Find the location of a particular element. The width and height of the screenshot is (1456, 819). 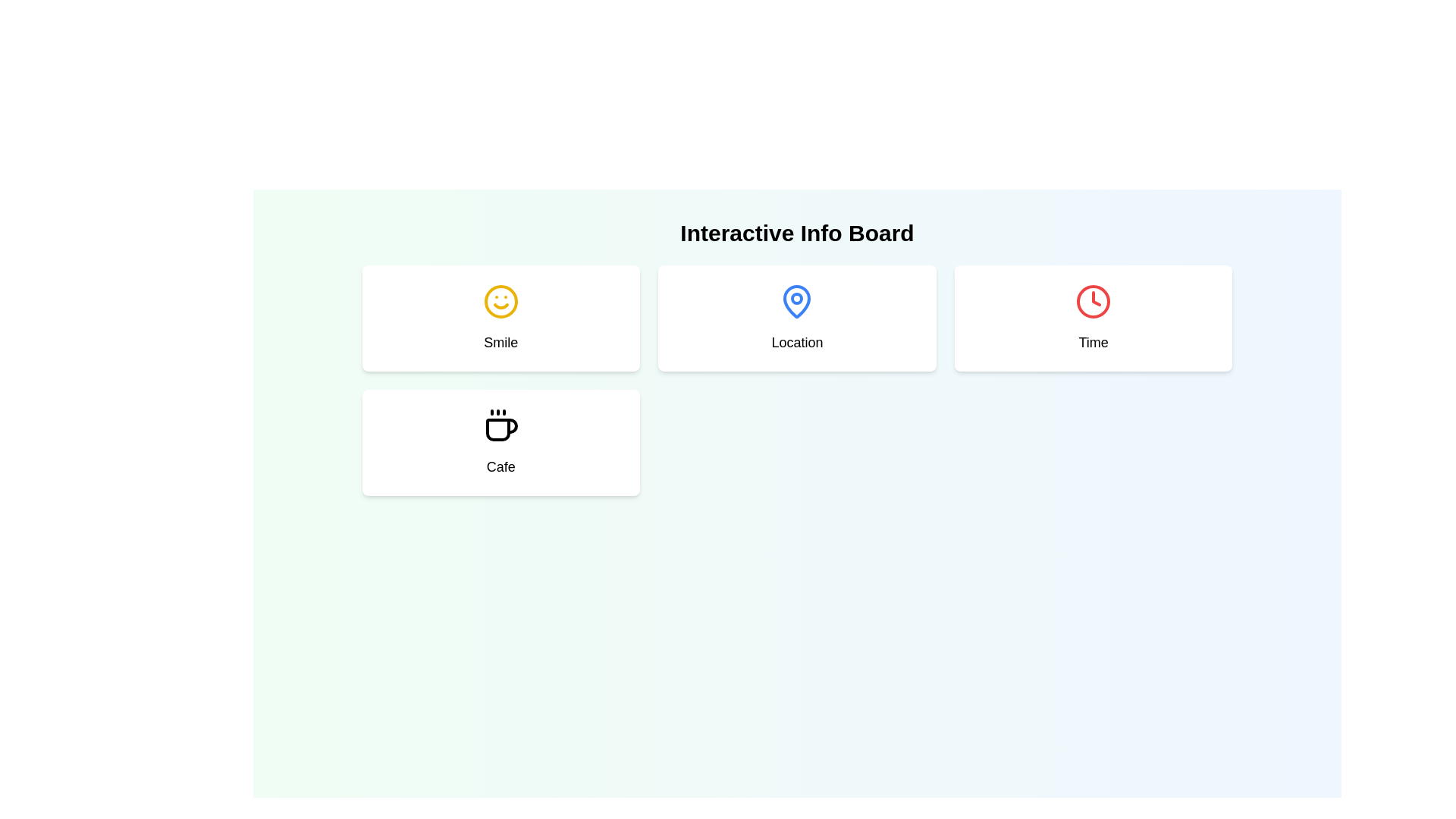

the triangular indicator of the clock icon located inside the 'Time' button in the top-right corner of the interface is located at coordinates (1097, 298).